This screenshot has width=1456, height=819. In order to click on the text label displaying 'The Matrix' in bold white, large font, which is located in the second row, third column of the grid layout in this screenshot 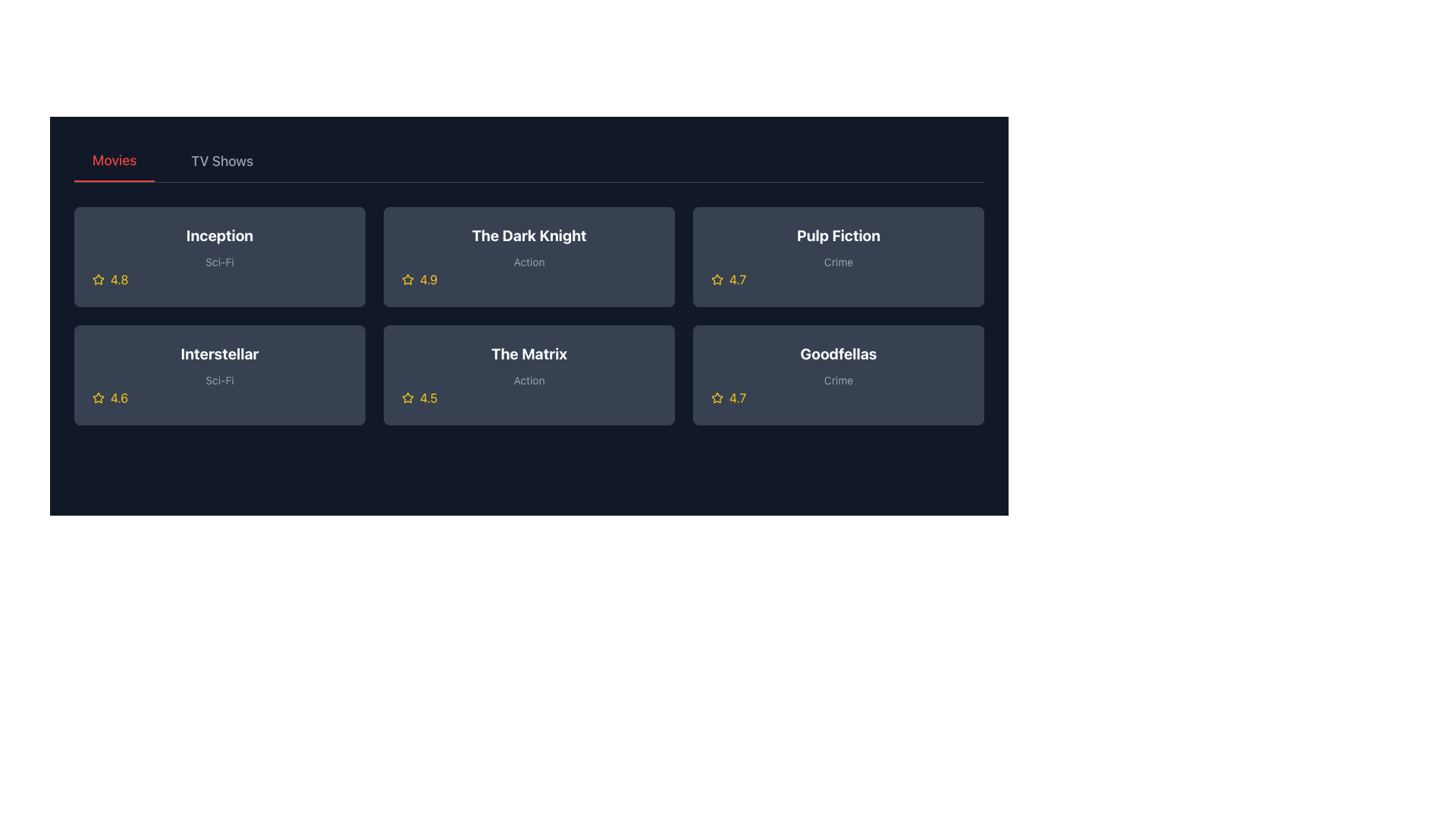, I will do `click(529, 353)`.